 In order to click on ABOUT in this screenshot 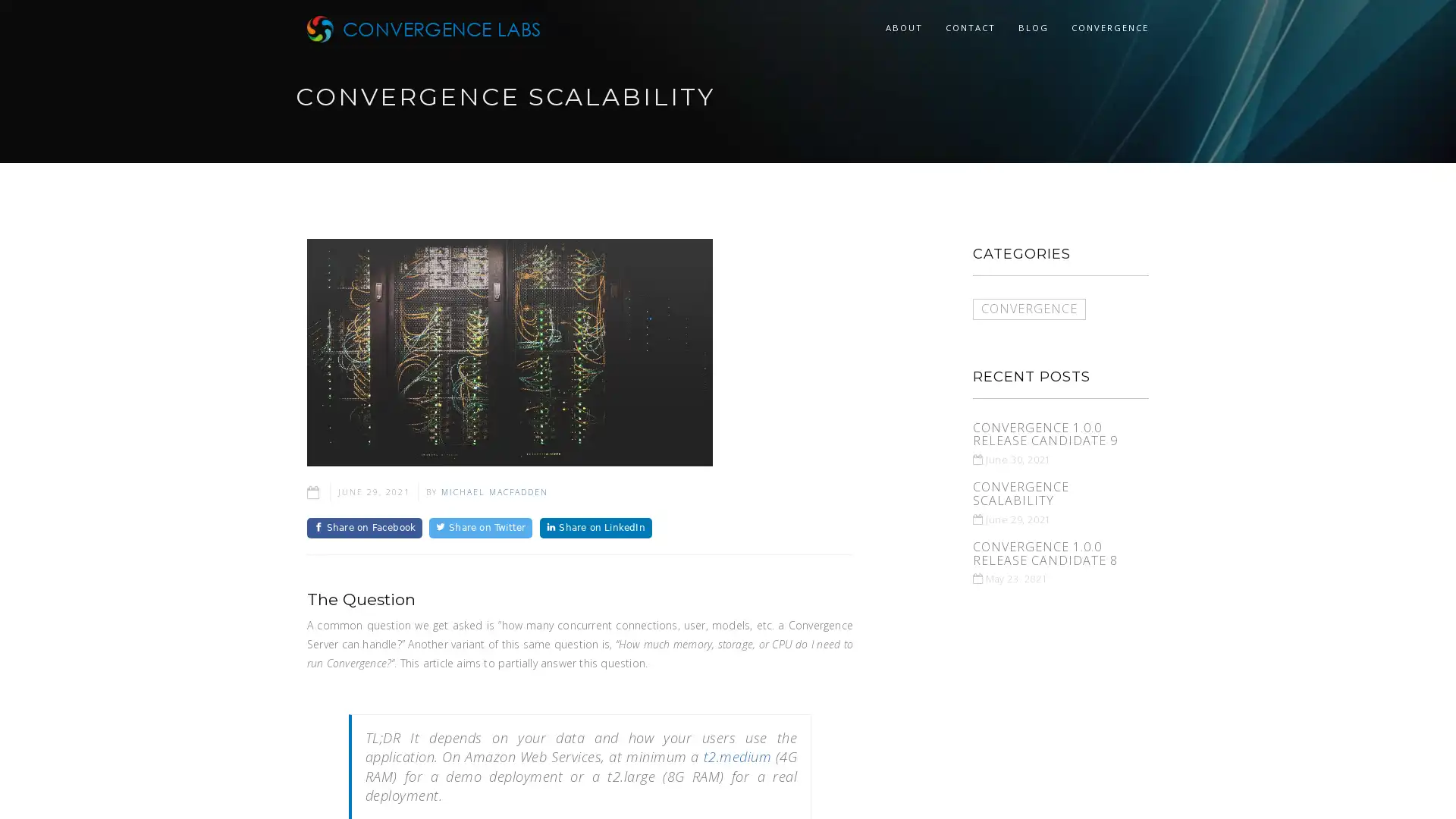, I will do `click(904, 28)`.